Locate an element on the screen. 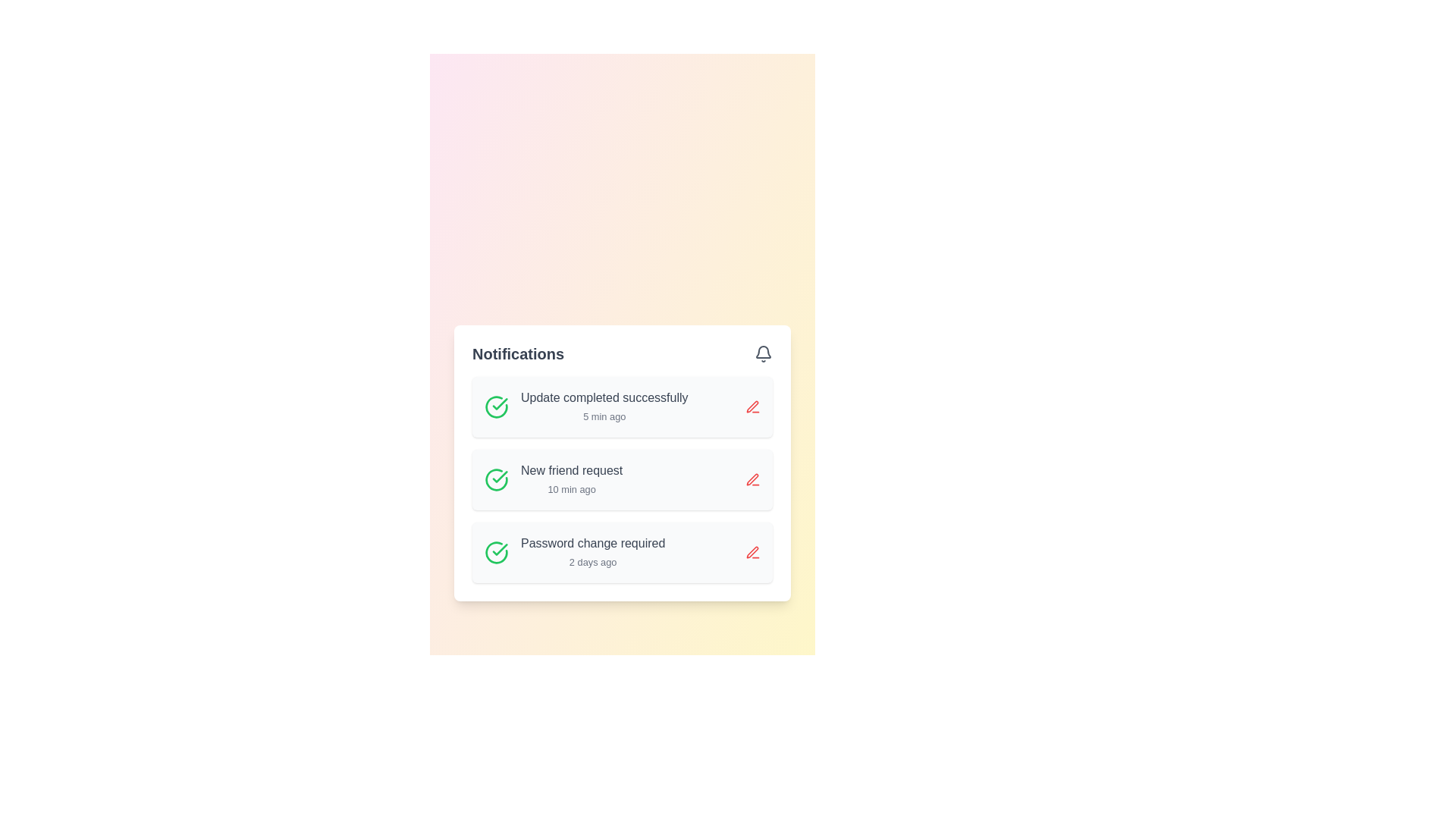  the status of the success icon located in the notifications panel next to the text 'New friend request' and above 'Password change required' is located at coordinates (500, 403).